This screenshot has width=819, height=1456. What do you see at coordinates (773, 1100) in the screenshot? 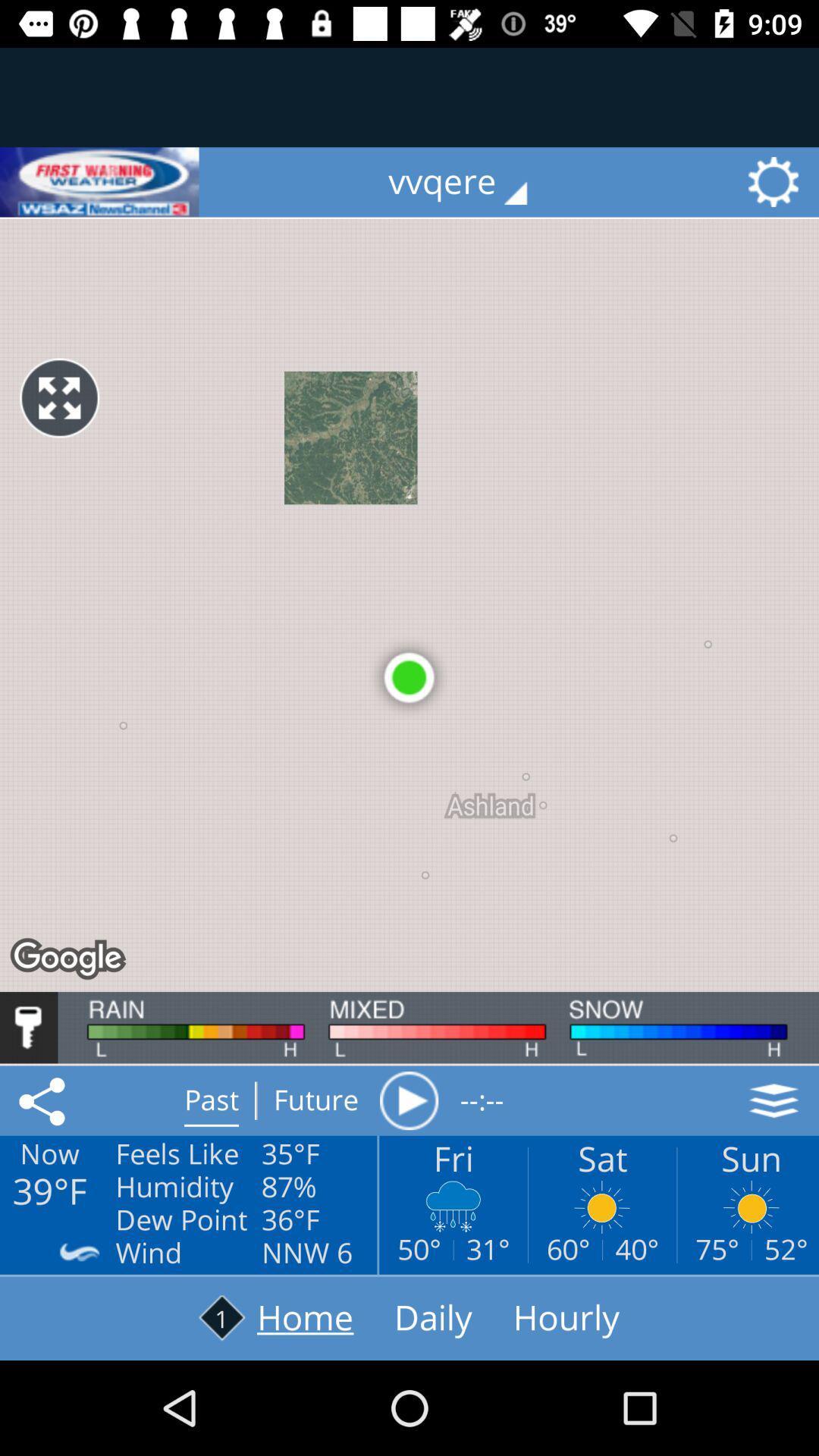
I see `the layers icon` at bounding box center [773, 1100].